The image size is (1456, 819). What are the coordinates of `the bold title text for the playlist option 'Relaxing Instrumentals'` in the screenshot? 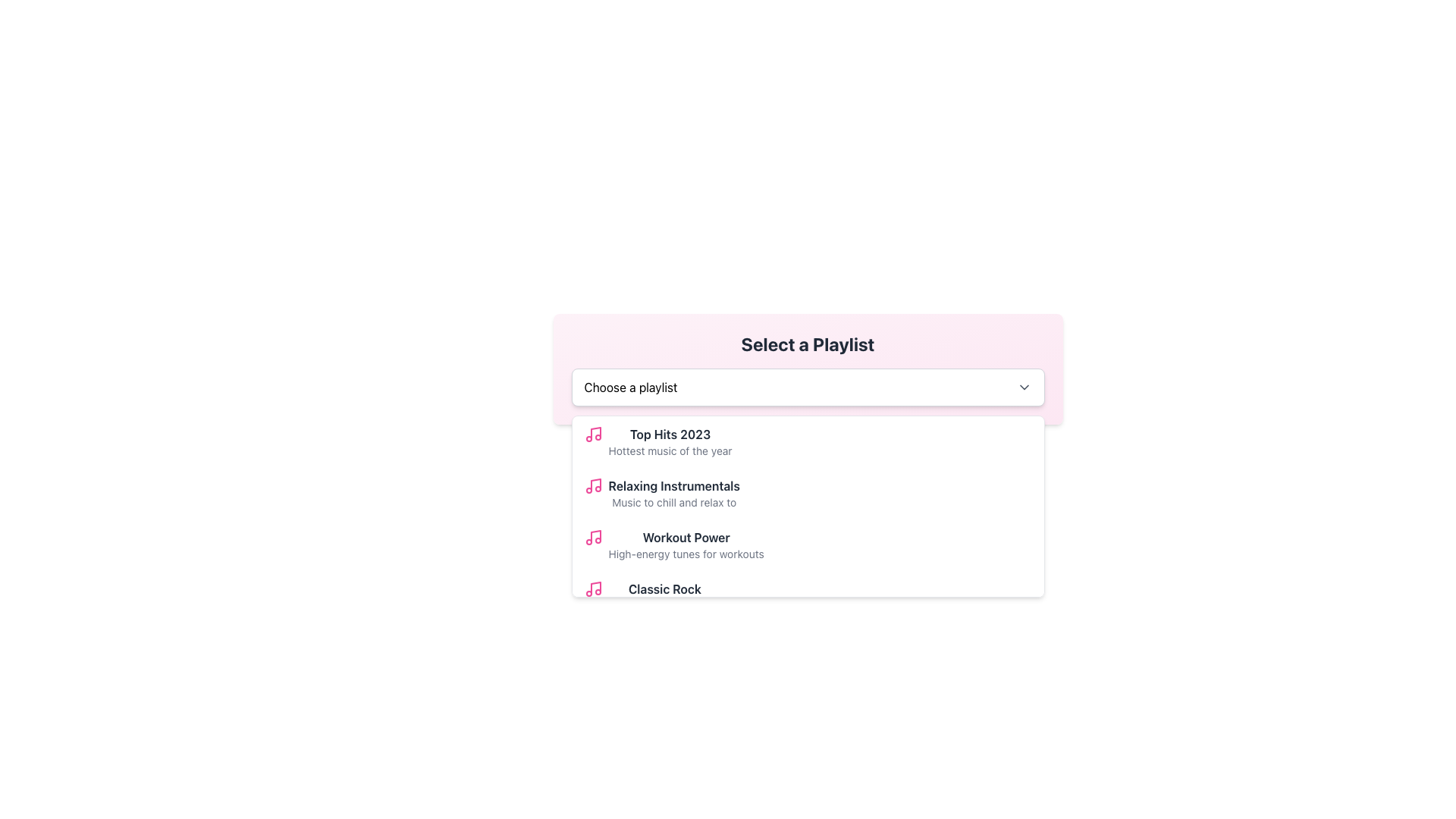 It's located at (673, 485).